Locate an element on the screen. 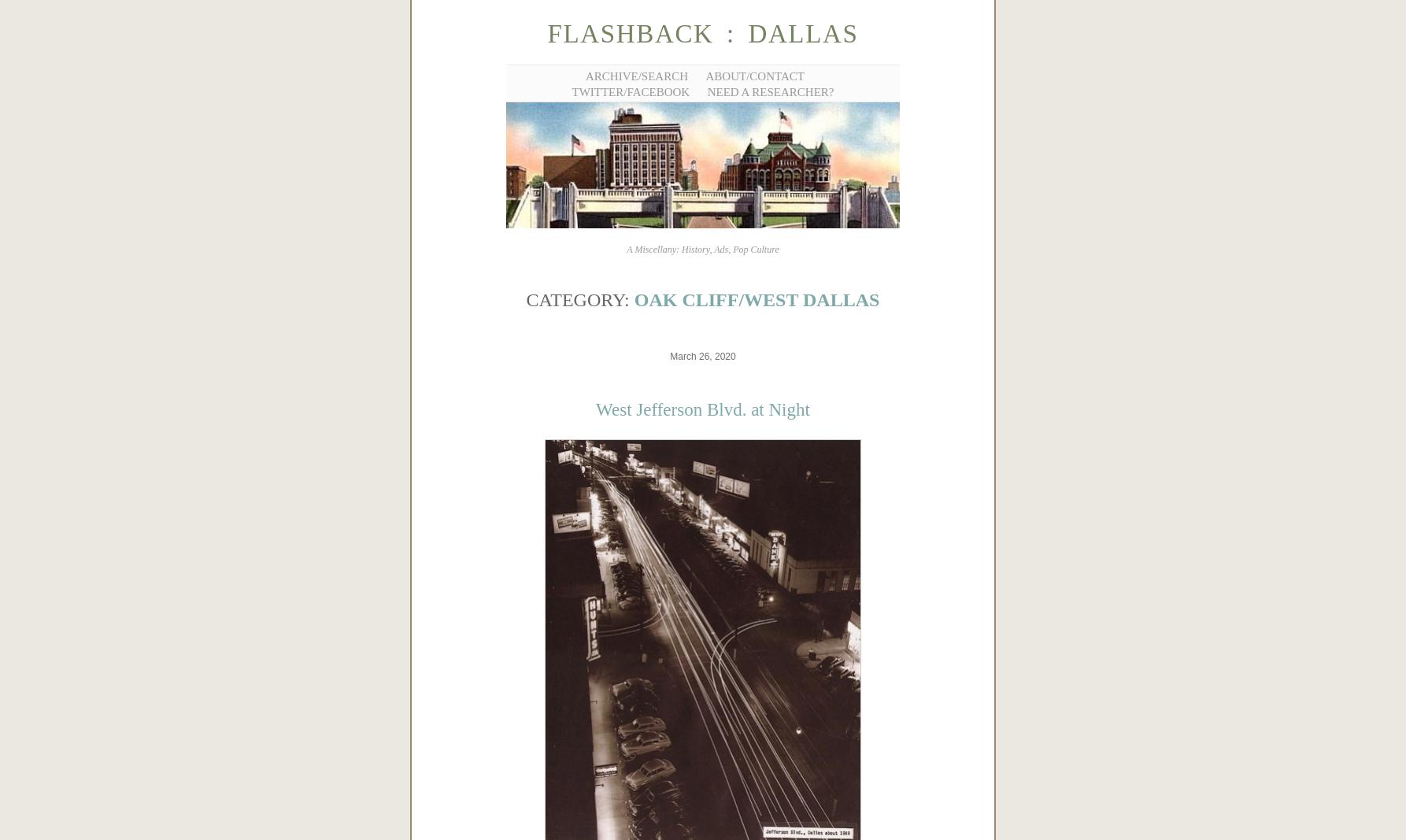 Image resolution: width=1406 pixels, height=840 pixels. 'Flashback : Dallas' is located at coordinates (701, 33).